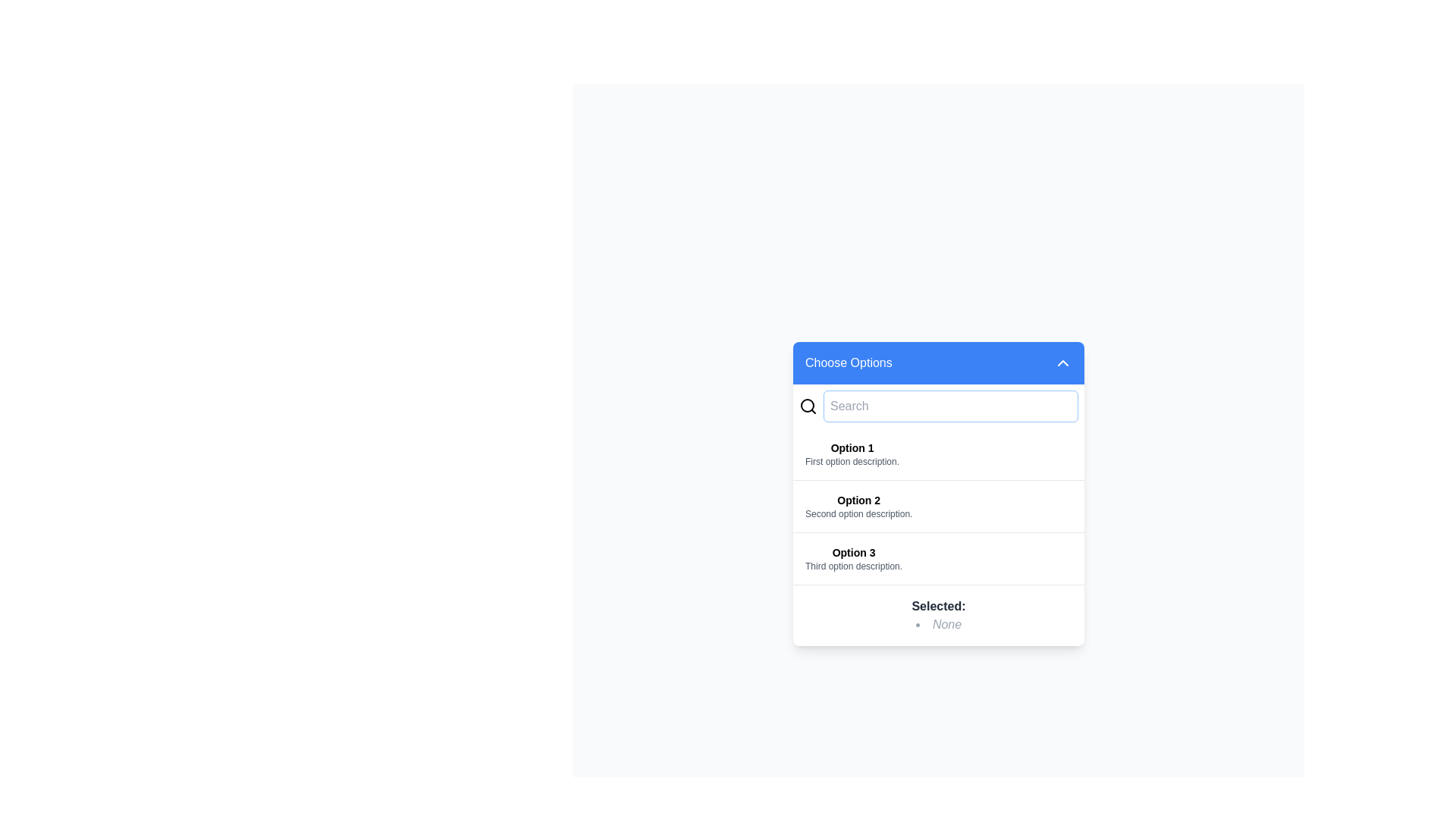 The height and width of the screenshot is (819, 1456). What do you see at coordinates (854, 558) in the screenshot?
I see `the textual element displaying 'Option 3' with the description 'Third option description' in the dropdown menu under 'Choose Options'` at bounding box center [854, 558].